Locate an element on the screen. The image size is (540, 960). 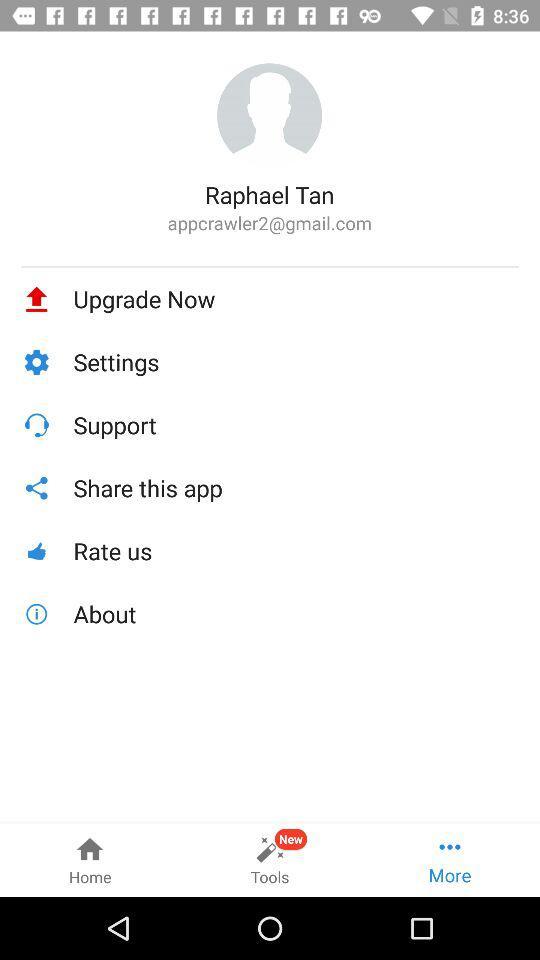
item above share this app item is located at coordinates (295, 425).